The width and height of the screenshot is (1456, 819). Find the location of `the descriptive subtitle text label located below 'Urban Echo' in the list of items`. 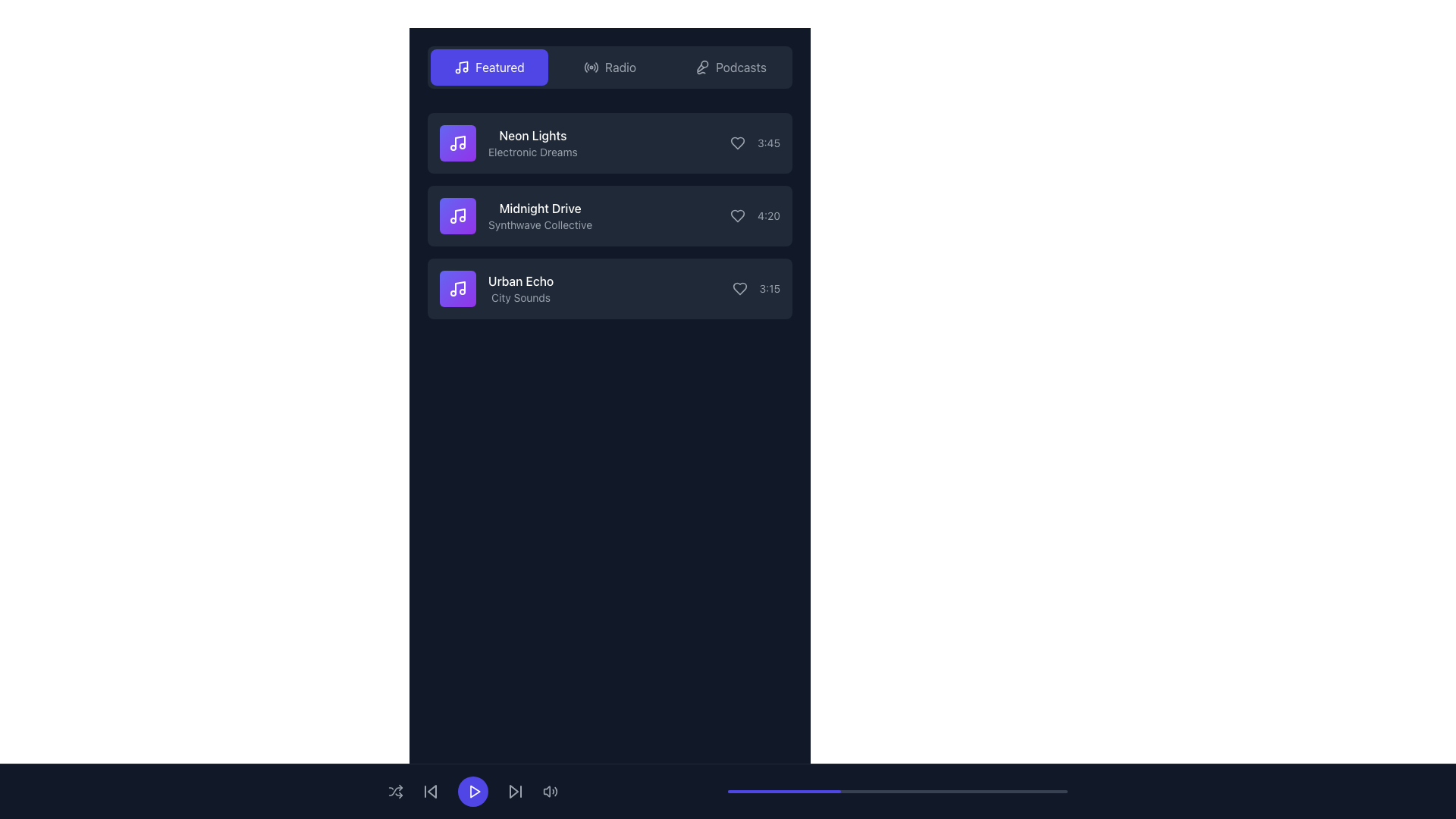

the descriptive subtitle text label located below 'Urban Echo' in the list of items is located at coordinates (521, 298).